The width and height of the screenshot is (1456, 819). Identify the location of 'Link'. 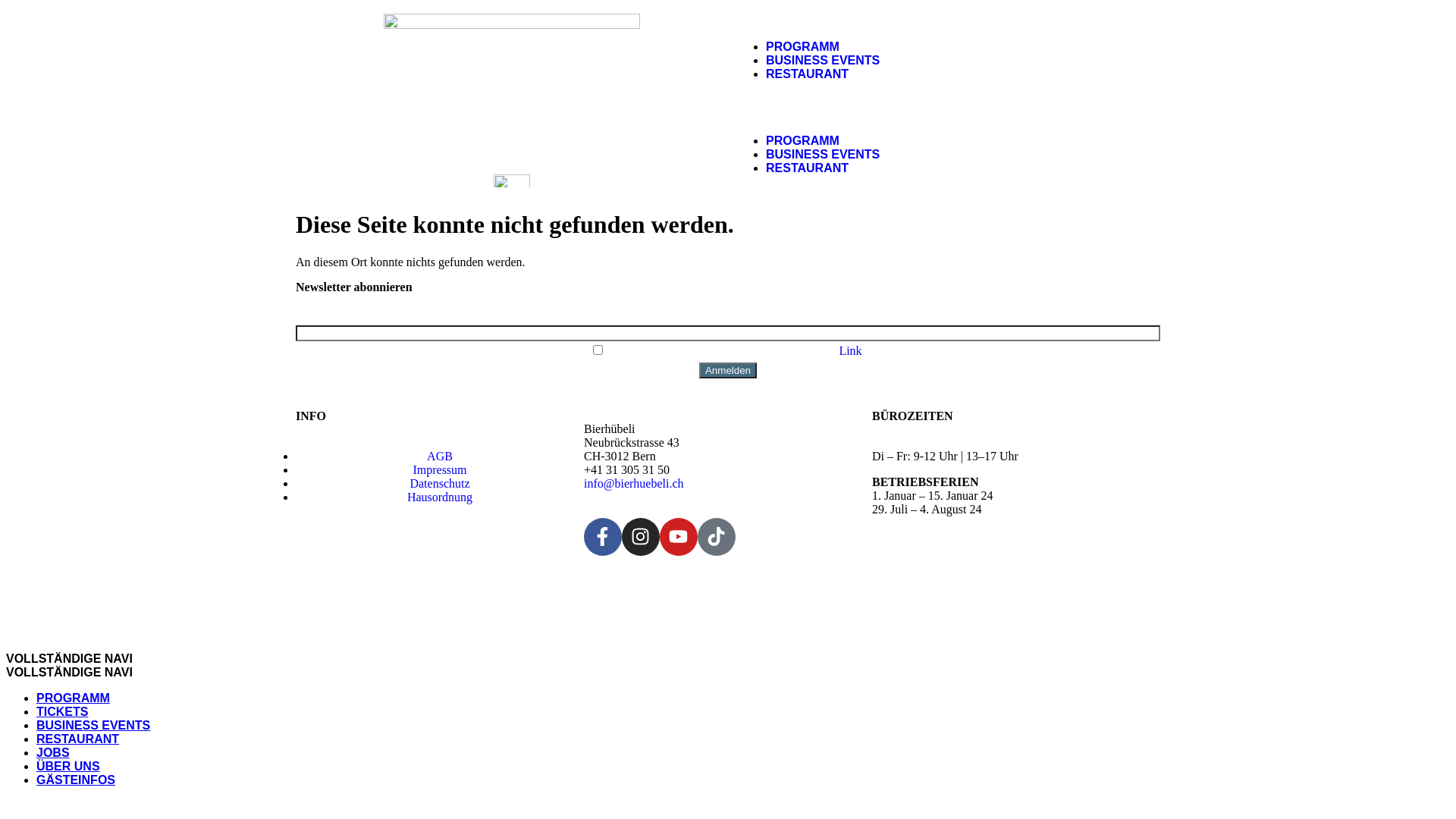
(850, 350).